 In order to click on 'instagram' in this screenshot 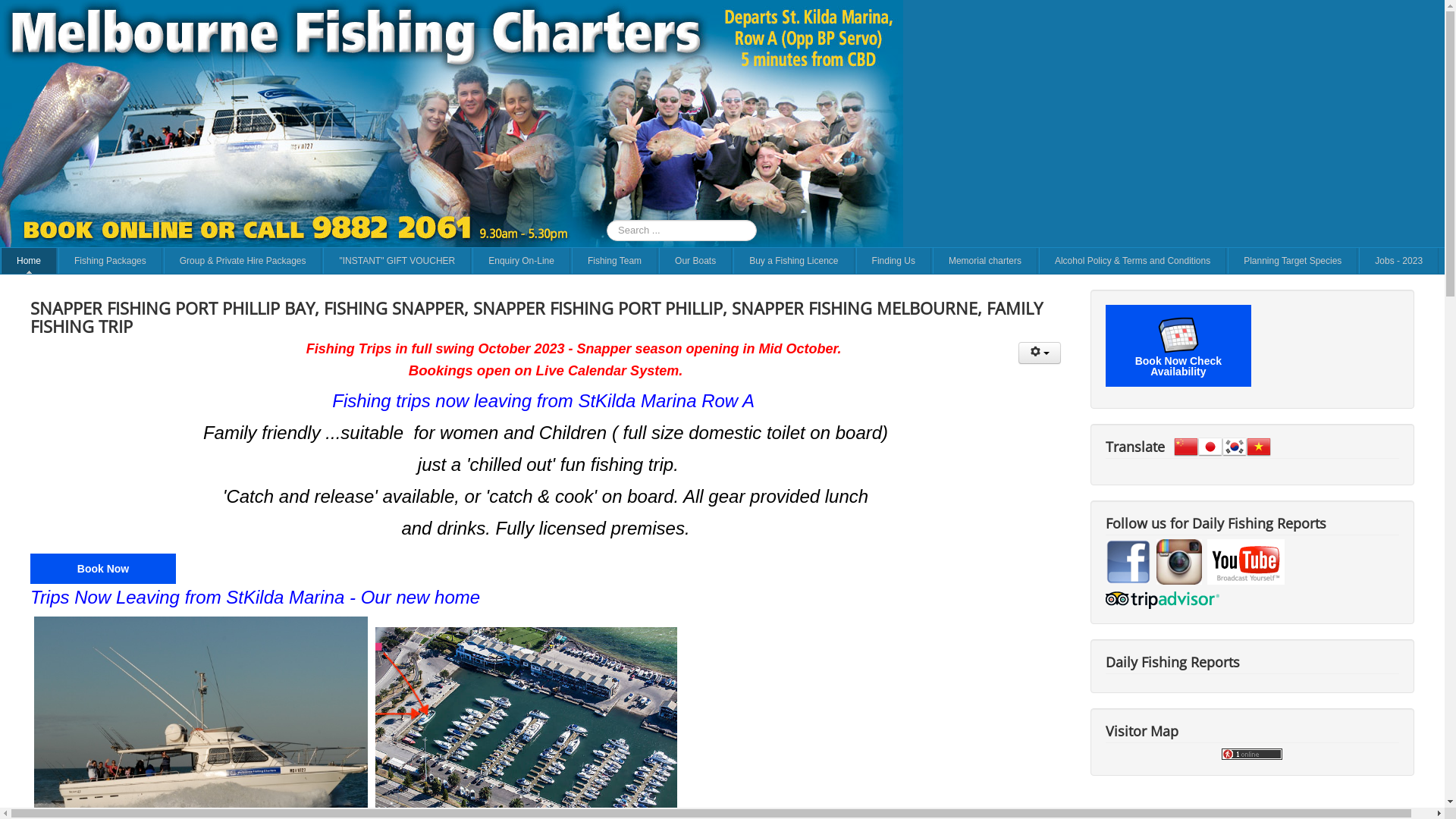, I will do `click(1178, 560)`.